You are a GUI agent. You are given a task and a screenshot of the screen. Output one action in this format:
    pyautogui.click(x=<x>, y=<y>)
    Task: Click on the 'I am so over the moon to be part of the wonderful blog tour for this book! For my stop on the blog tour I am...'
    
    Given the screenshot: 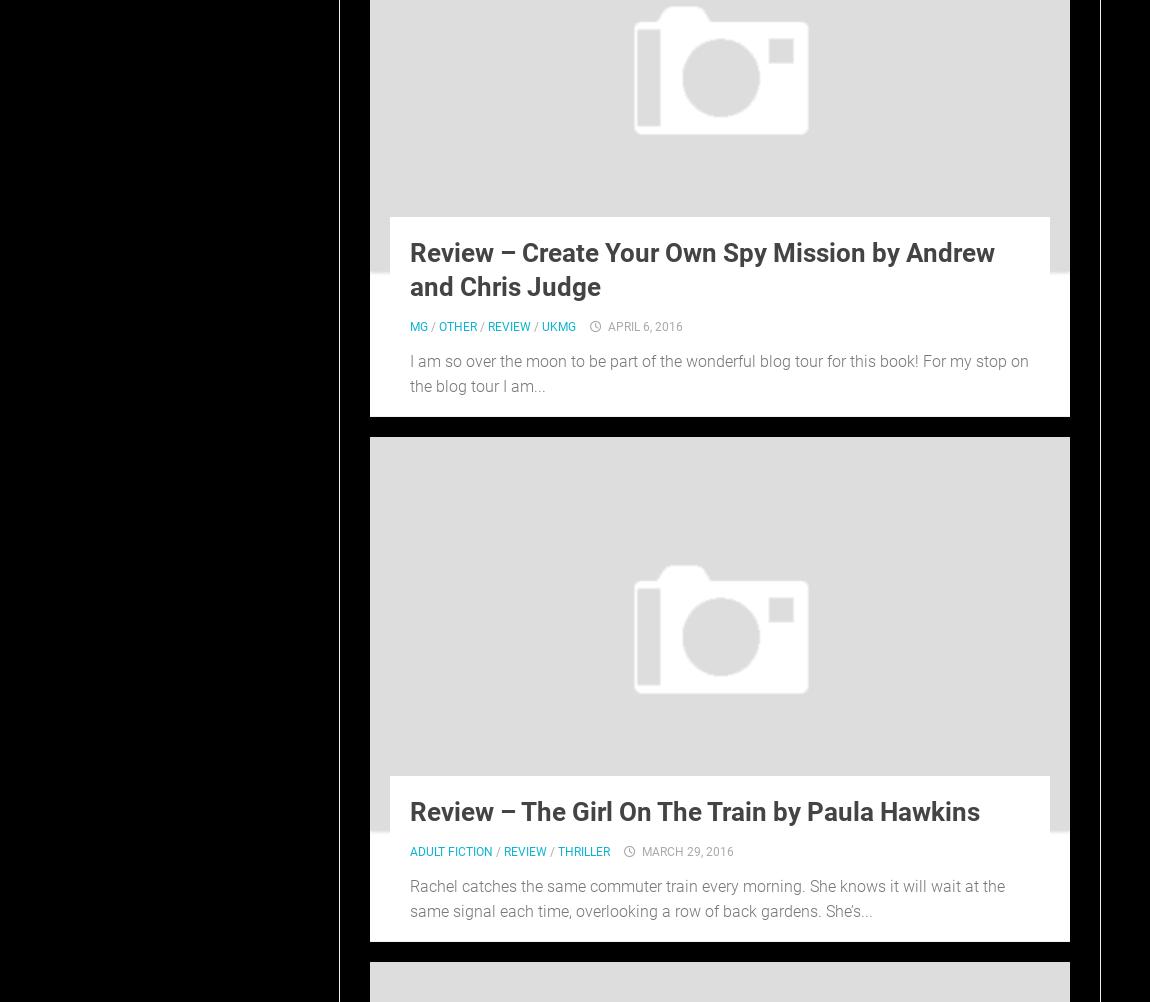 What is the action you would take?
    pyautogui.click(x=718, y=373)
    